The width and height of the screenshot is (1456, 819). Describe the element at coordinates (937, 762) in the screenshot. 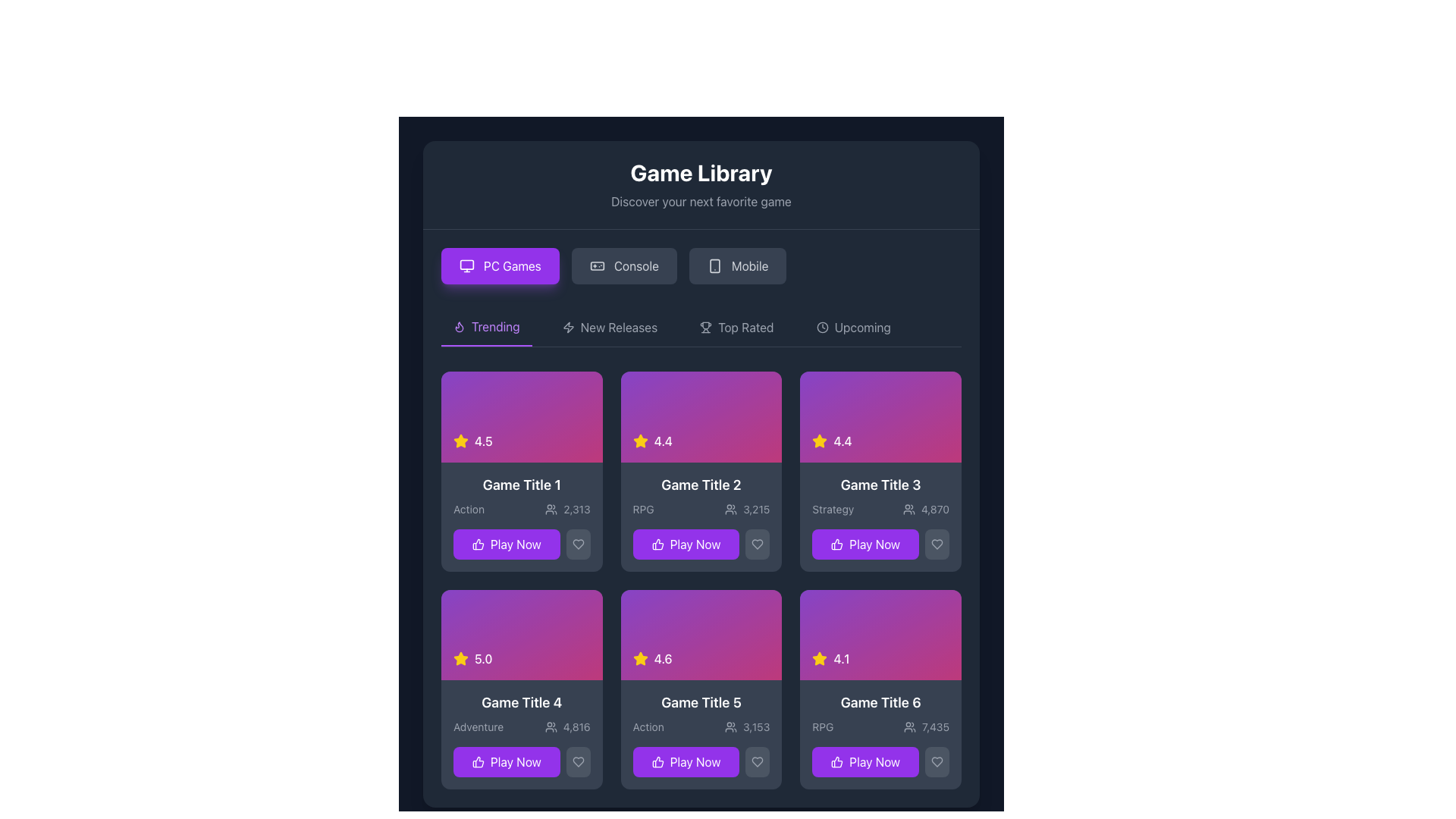

I see `the heart-shaped icon located at the bottom-right corner of the card for 'Game Title 6'` at that location.